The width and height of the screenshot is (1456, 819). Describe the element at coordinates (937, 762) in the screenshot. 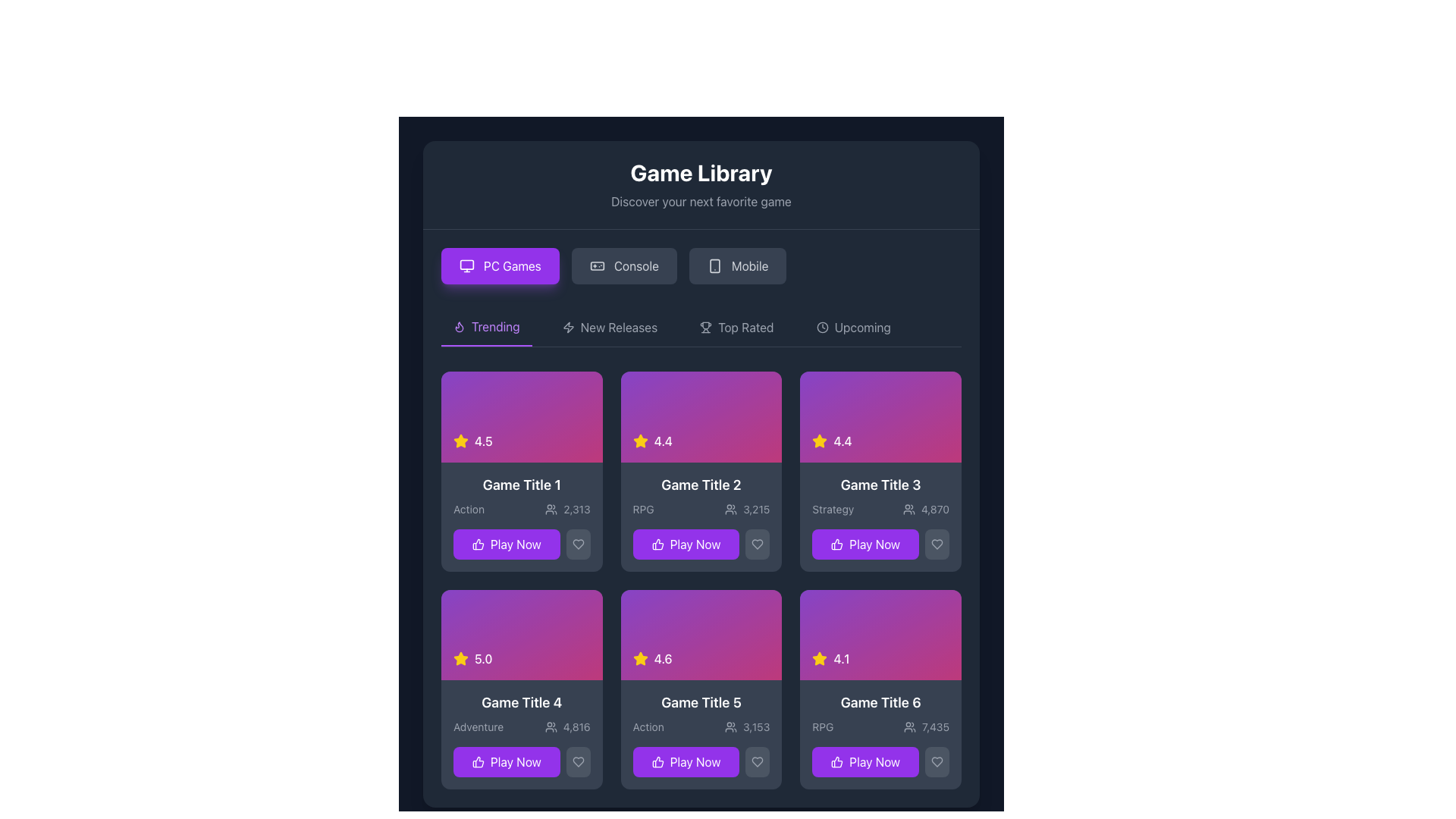

I see `the heart-shaped icon located at the bottom-right corner of the card for 'Game Title 6'` at that location.